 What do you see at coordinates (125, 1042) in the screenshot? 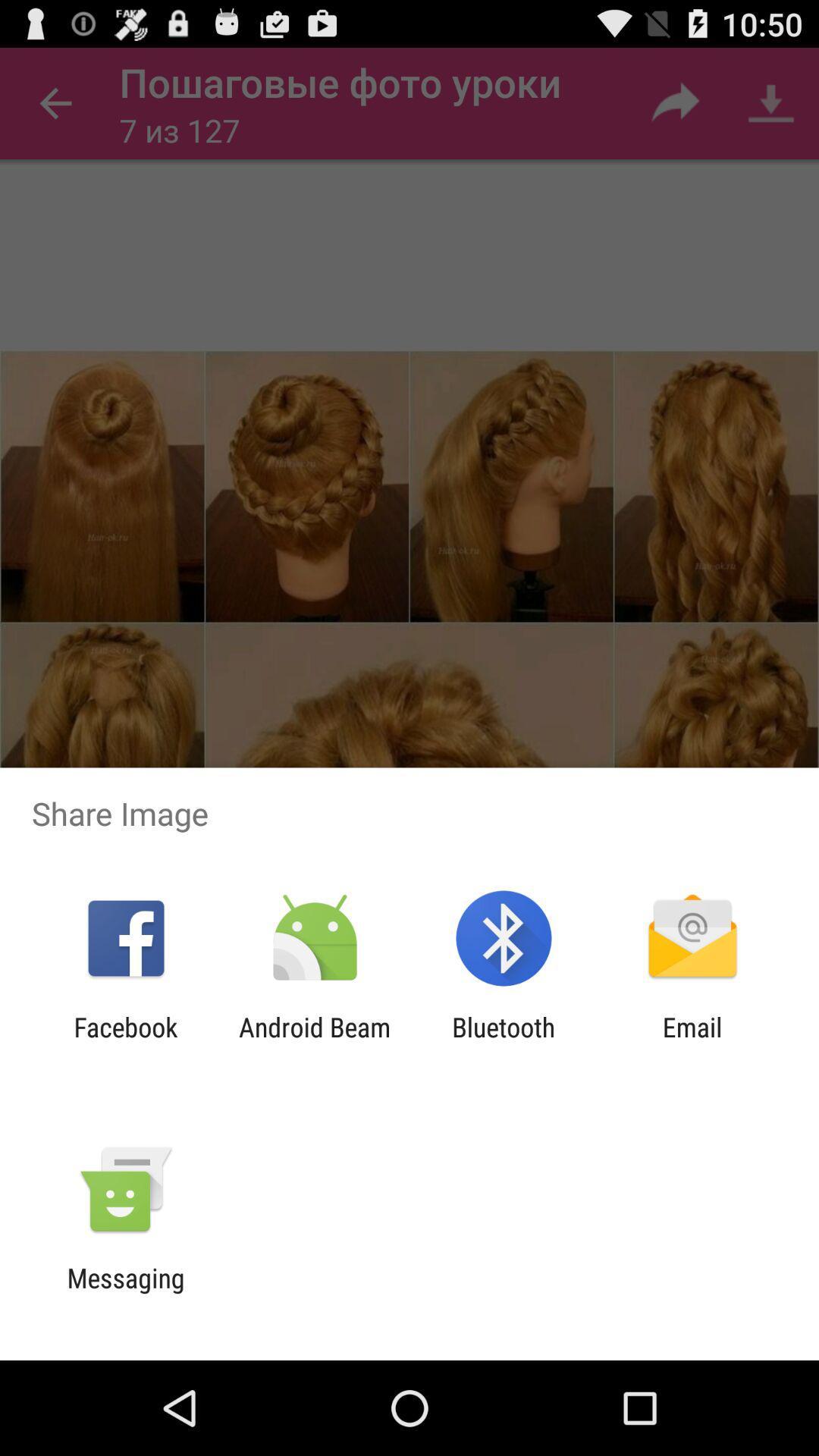
I see `facebook app` at bounding box center [125, 1042].